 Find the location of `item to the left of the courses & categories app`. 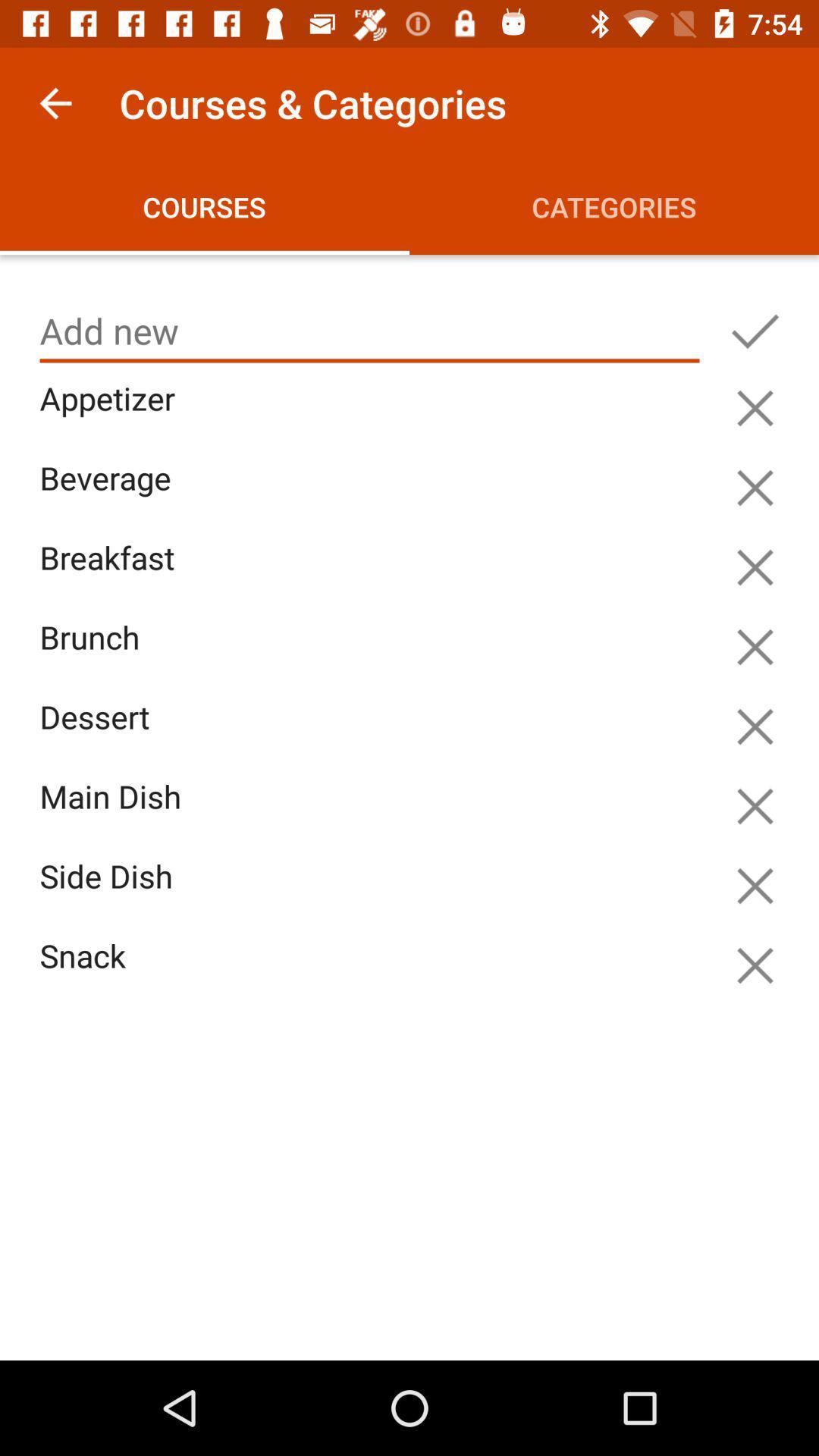

item to the left of the courses & categories app is located at coordinates (55, 102).